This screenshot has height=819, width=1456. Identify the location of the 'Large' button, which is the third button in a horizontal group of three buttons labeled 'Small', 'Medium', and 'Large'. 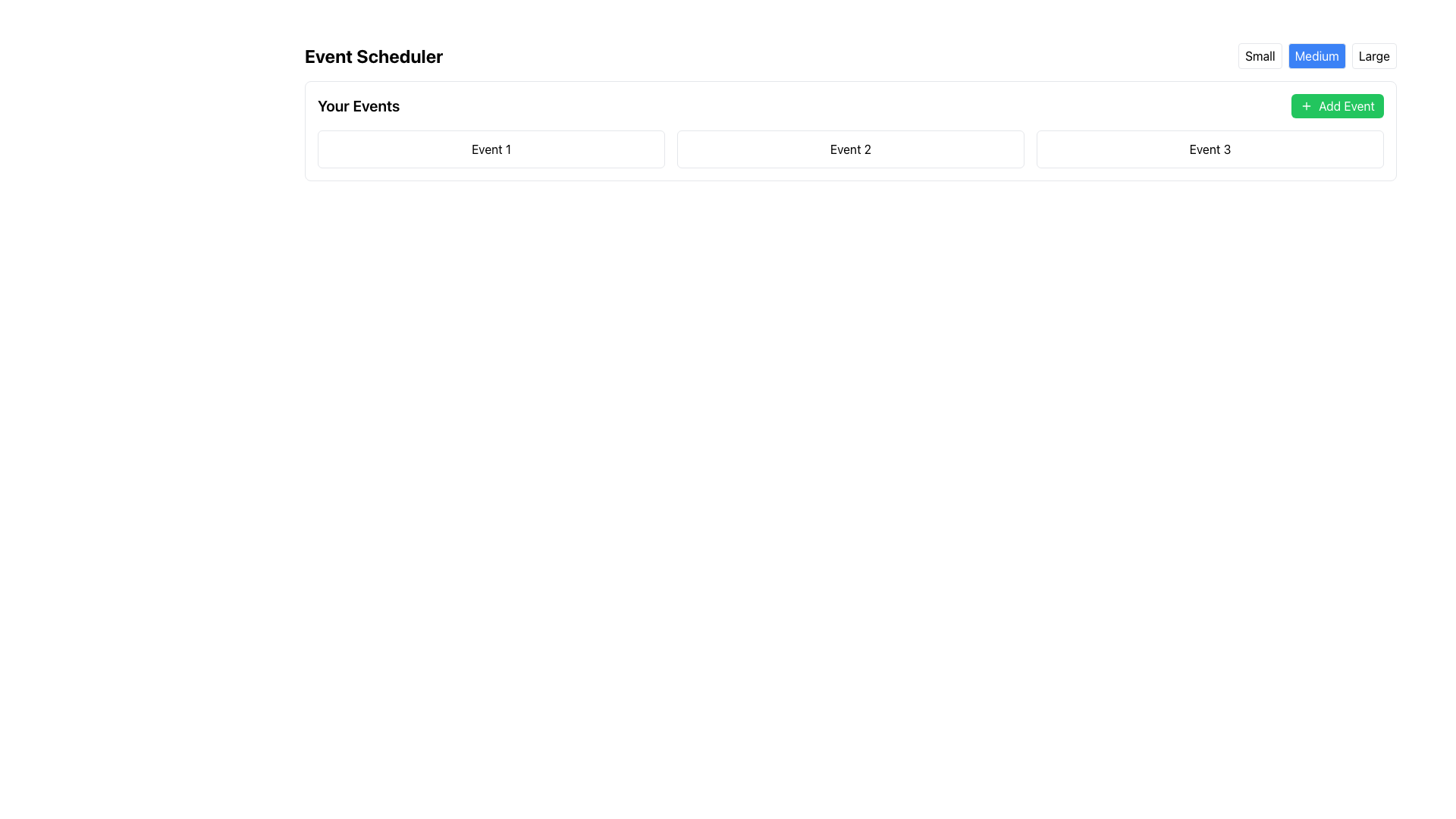
(1374, 55).